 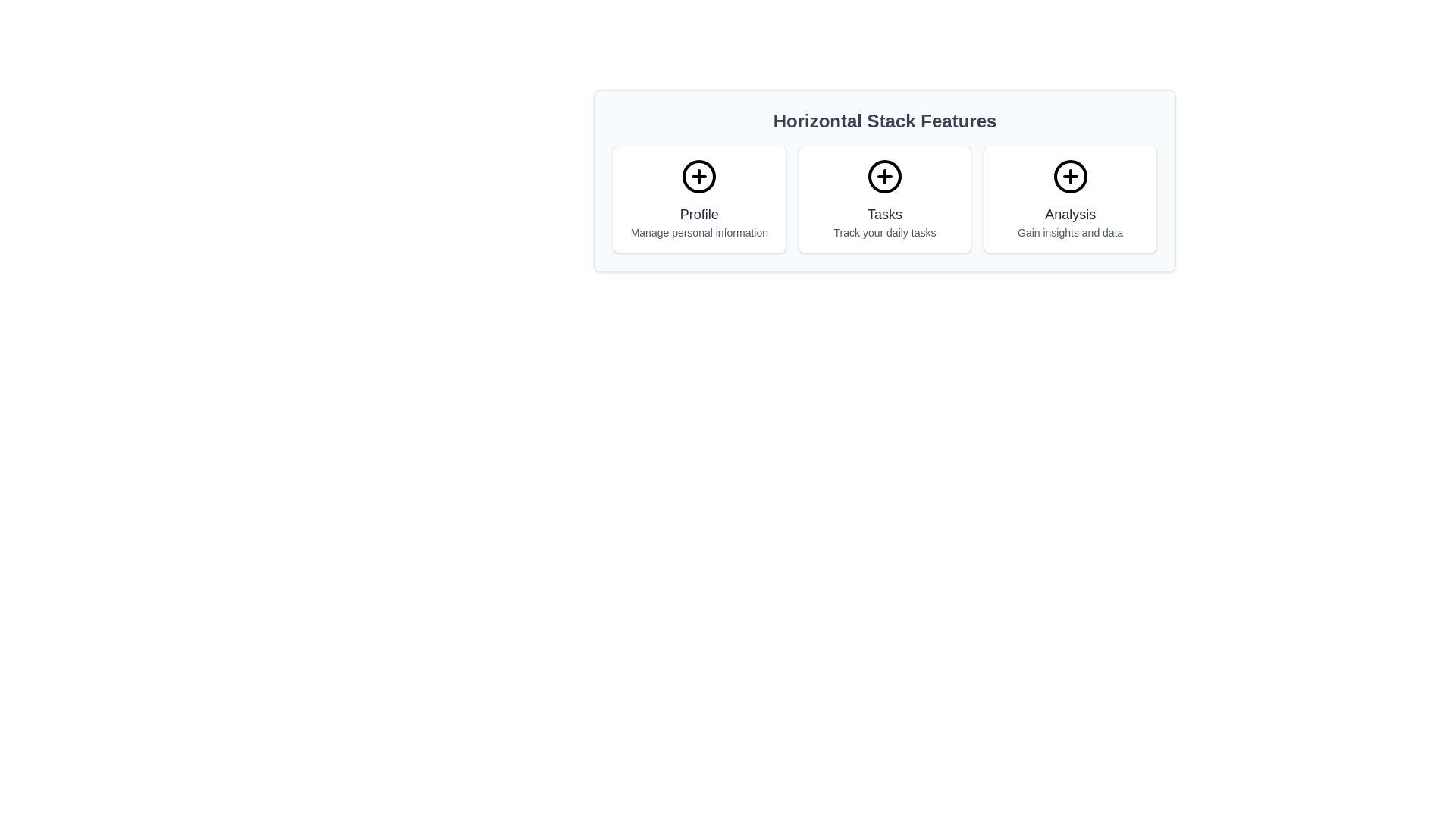 I want to click on the center of the '+' icon represented by a circle with a black stroke, located within the 'Profile' feature card, which is the leftmost of three cards under the 'Horizontal Stack Features' header, so click(x=698, y=175).